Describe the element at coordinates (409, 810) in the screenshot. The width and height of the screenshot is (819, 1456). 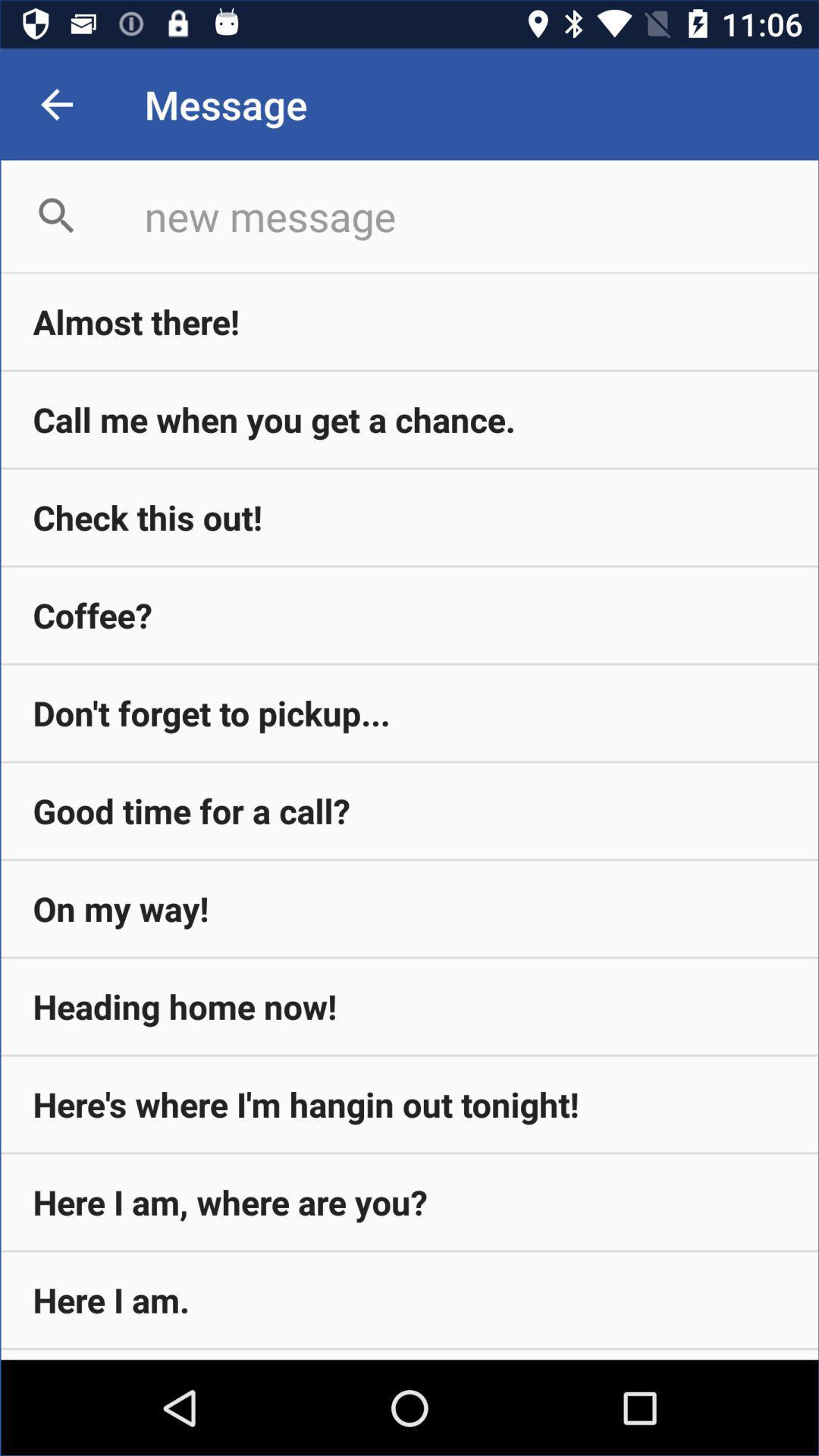
I see `the item above on my way!` at that location.